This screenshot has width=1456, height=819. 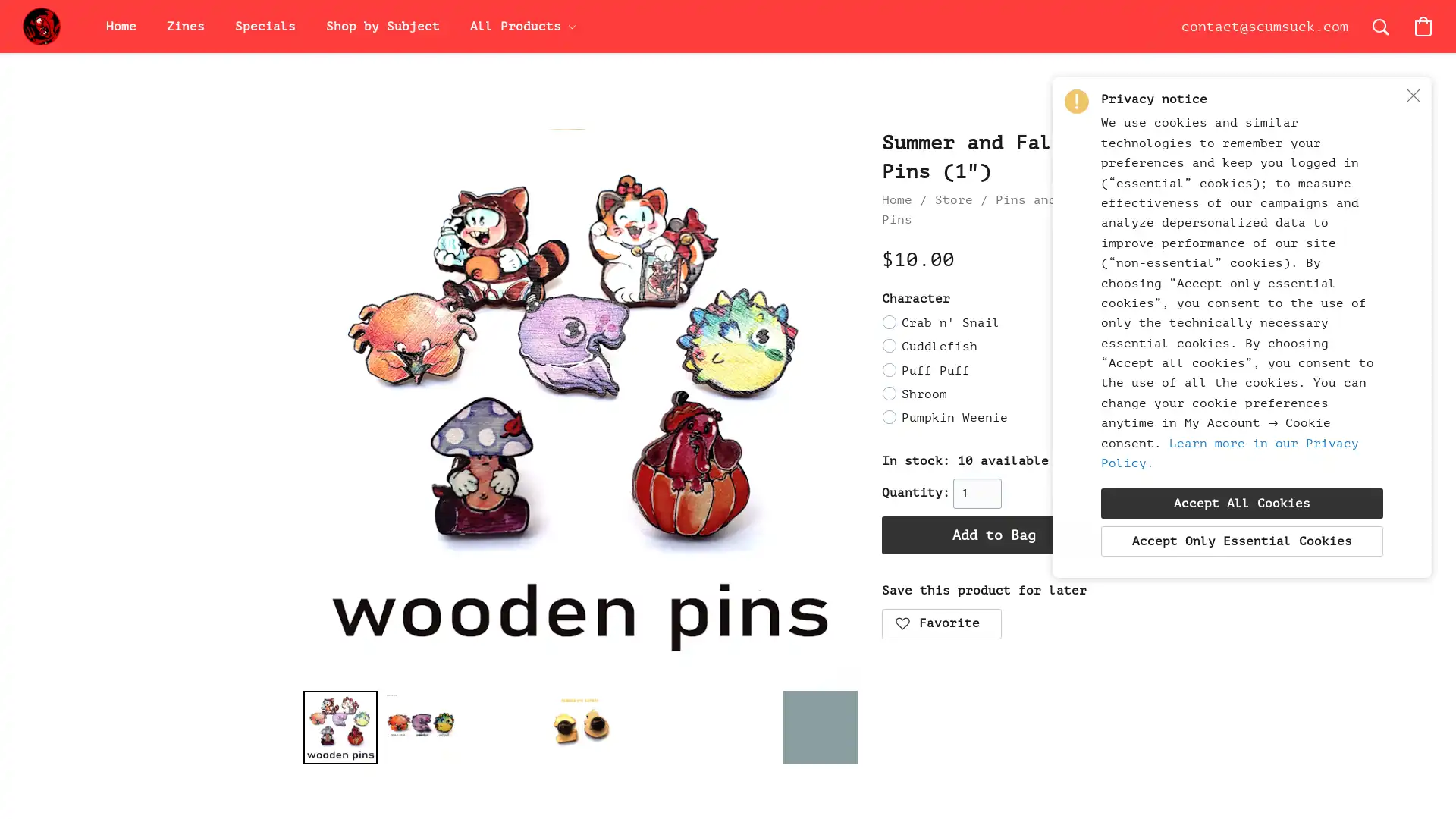 What do you see at coordinates (1241, 540) in the screenshot?
I see `Accept Only Essential Cookies` at bounding box center [1241, 540].